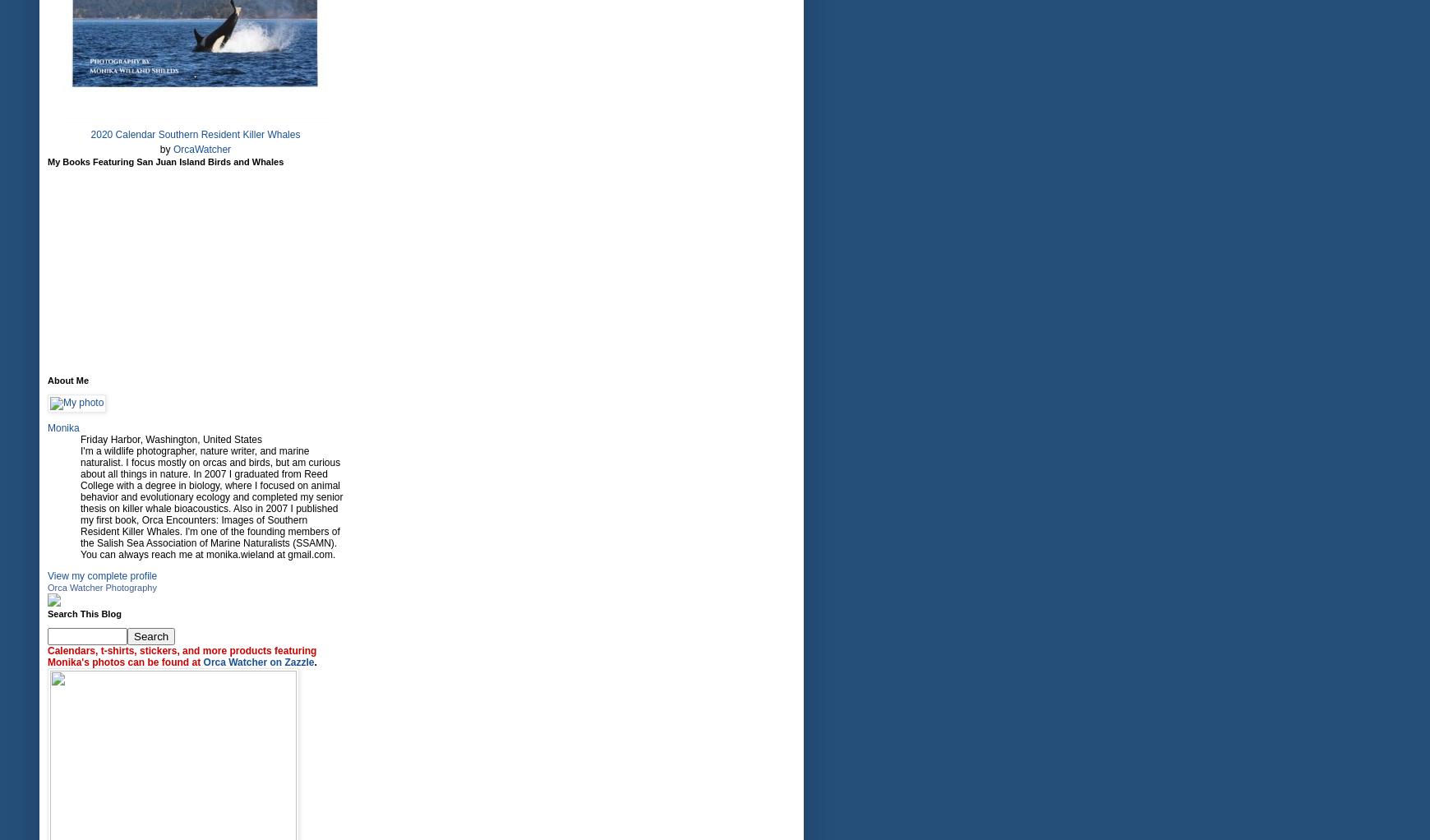 The height and width of the screenshot is (840, 1430). Describe the element at coordinates (165, 149) in the screenshot. I see `'by'` at that location.